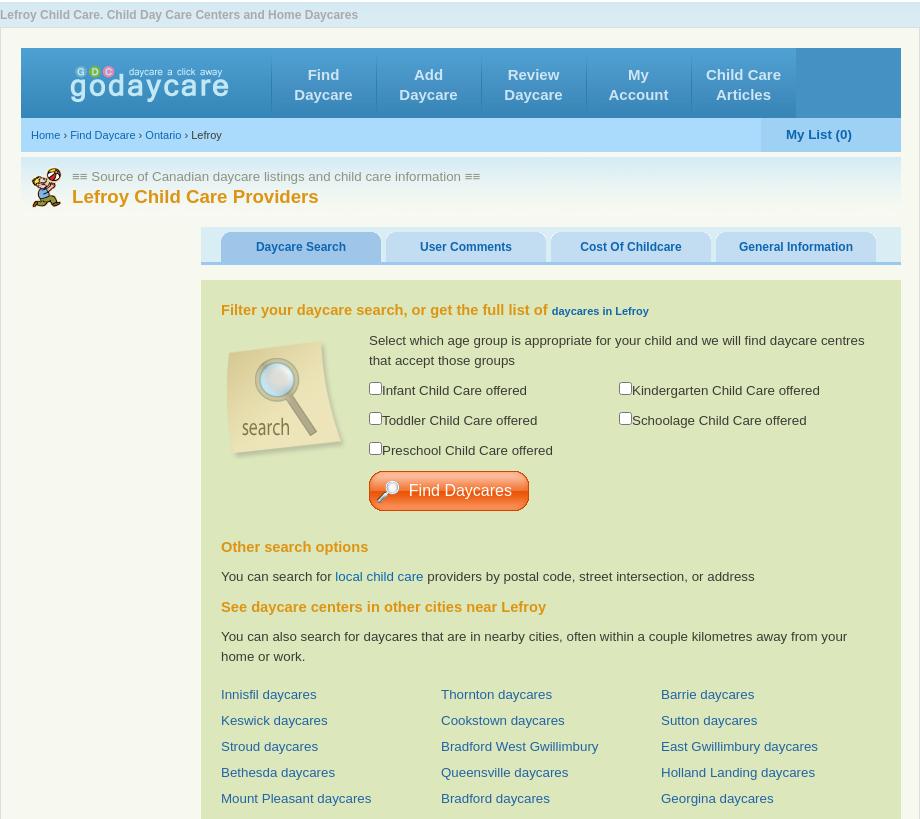  I want to click on 'Yahoo', so click(770, 73).